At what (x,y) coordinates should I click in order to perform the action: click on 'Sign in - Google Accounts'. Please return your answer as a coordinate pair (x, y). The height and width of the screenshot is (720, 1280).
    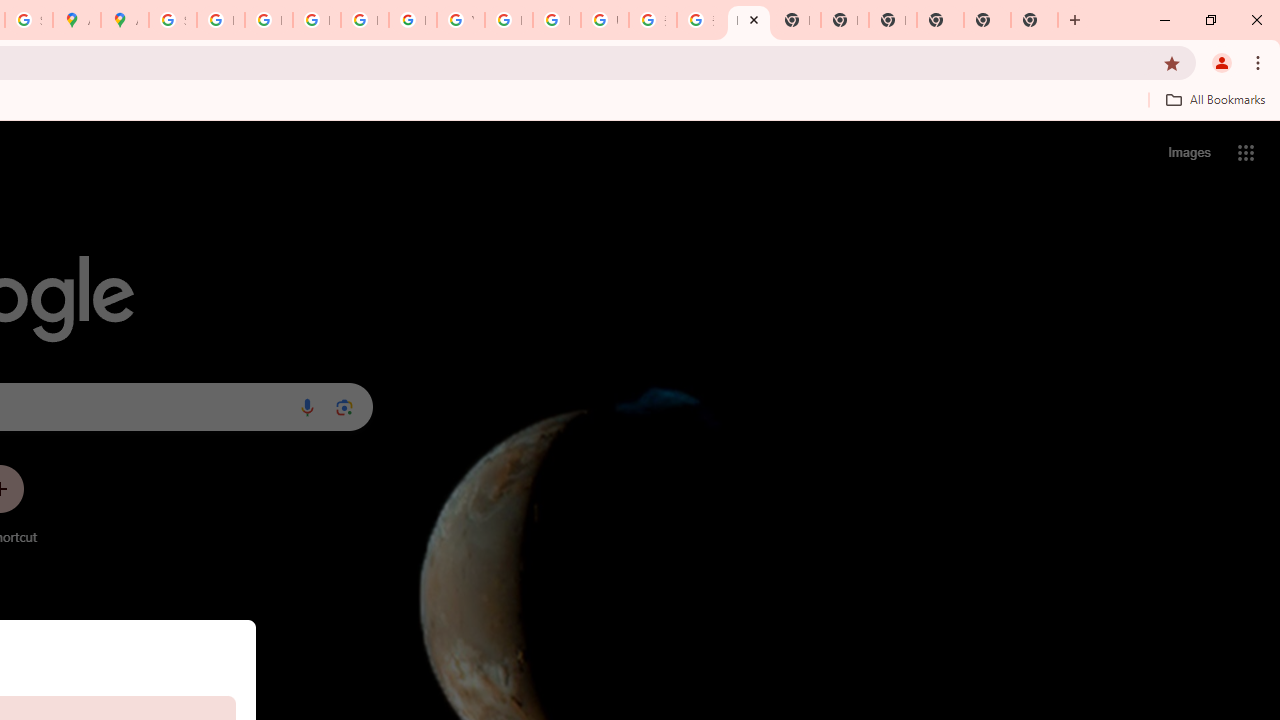
    Looking at the image, I should click on (172, 20).